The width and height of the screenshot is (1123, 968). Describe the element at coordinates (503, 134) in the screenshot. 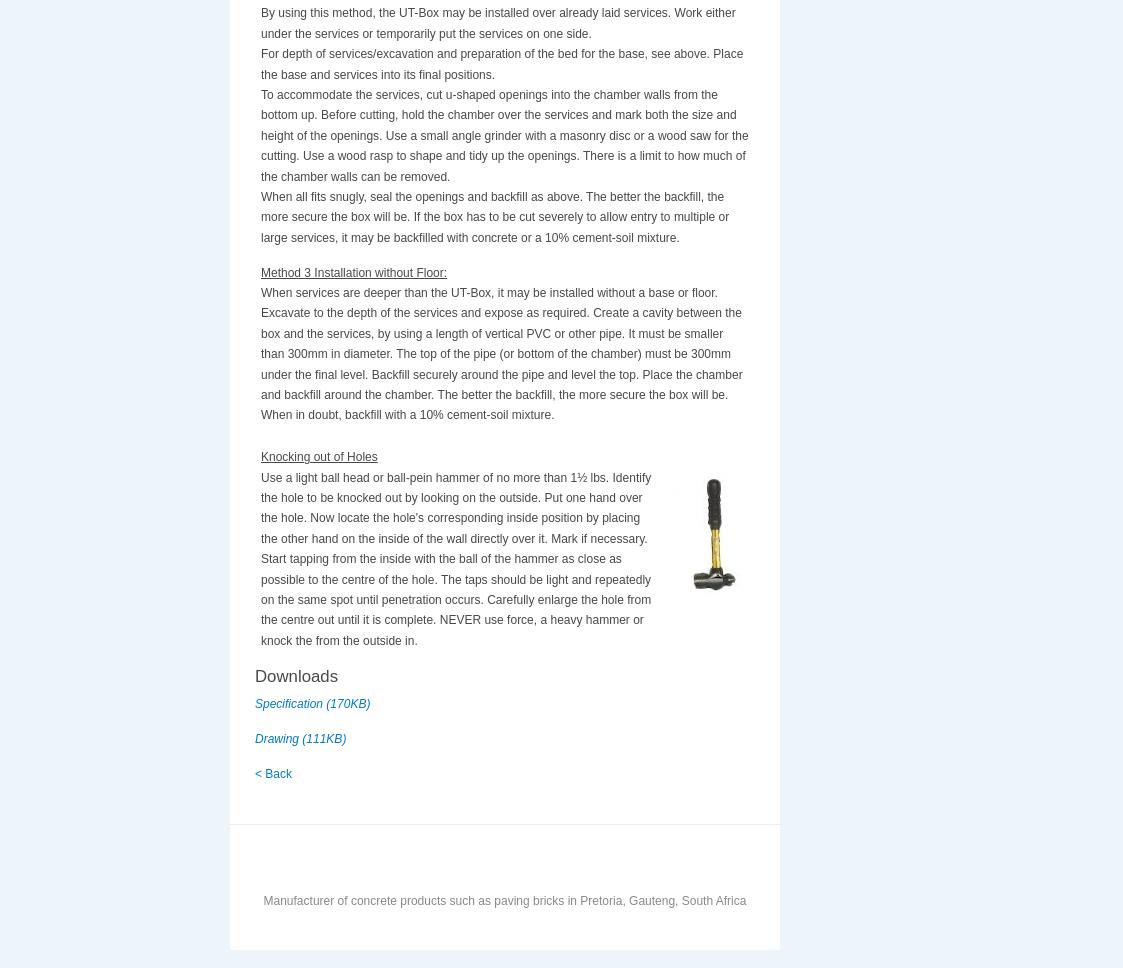

I see `'To accommodate the services, cut u-shaped openings into the chamber walls from the bottom up. Before cutting, hold the chamber over the services and mark both the size and height of the openings. Use a small angle grinder with a masonry disc or a wood saw for the cutting. Use a wood rasp to shape and tidy up the openings. There is a limit to how much of the chamber walls can be removed.'` at that location.